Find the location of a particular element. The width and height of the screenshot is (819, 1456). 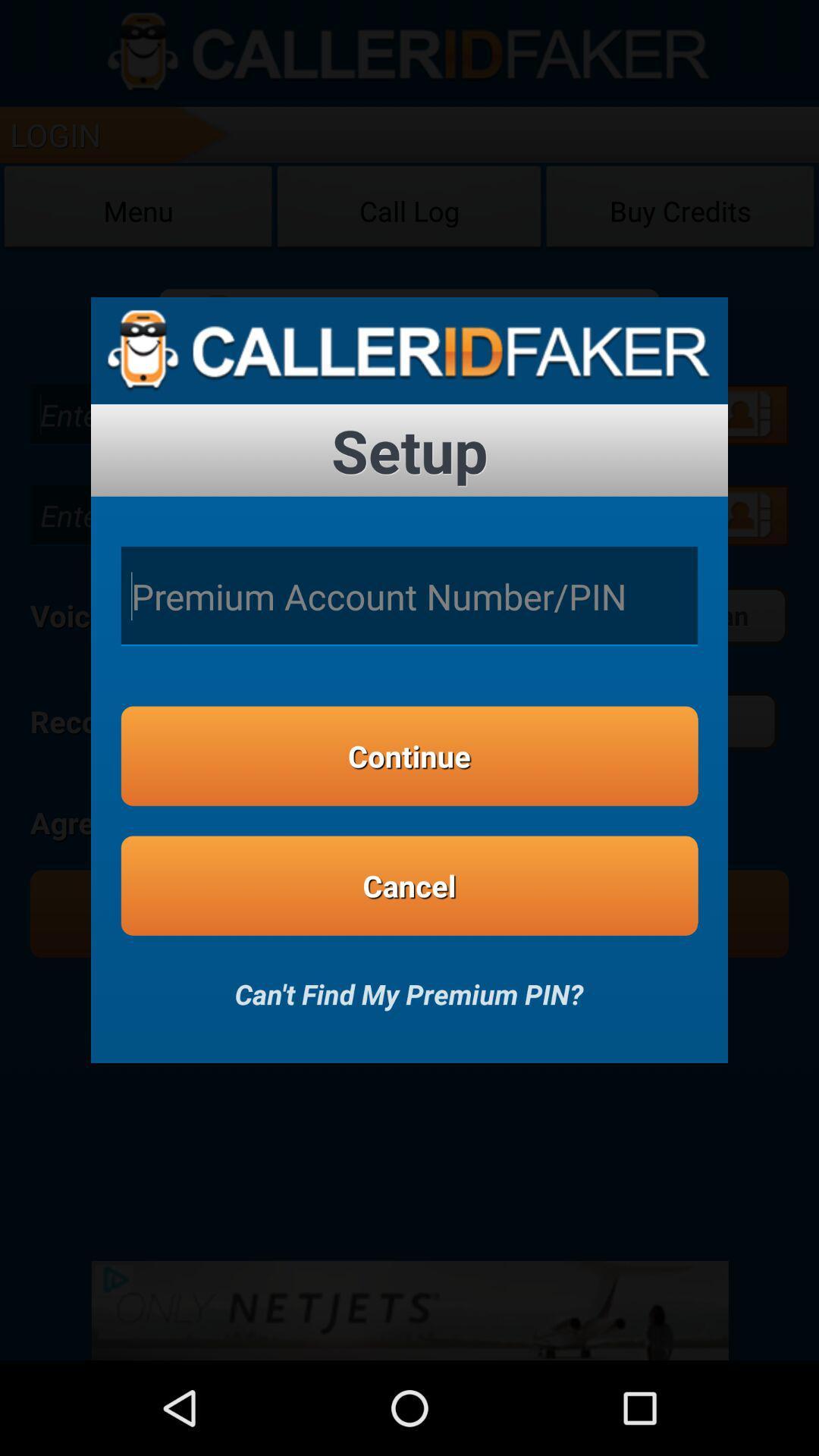

the continue button is located at coordinates (409, 756).